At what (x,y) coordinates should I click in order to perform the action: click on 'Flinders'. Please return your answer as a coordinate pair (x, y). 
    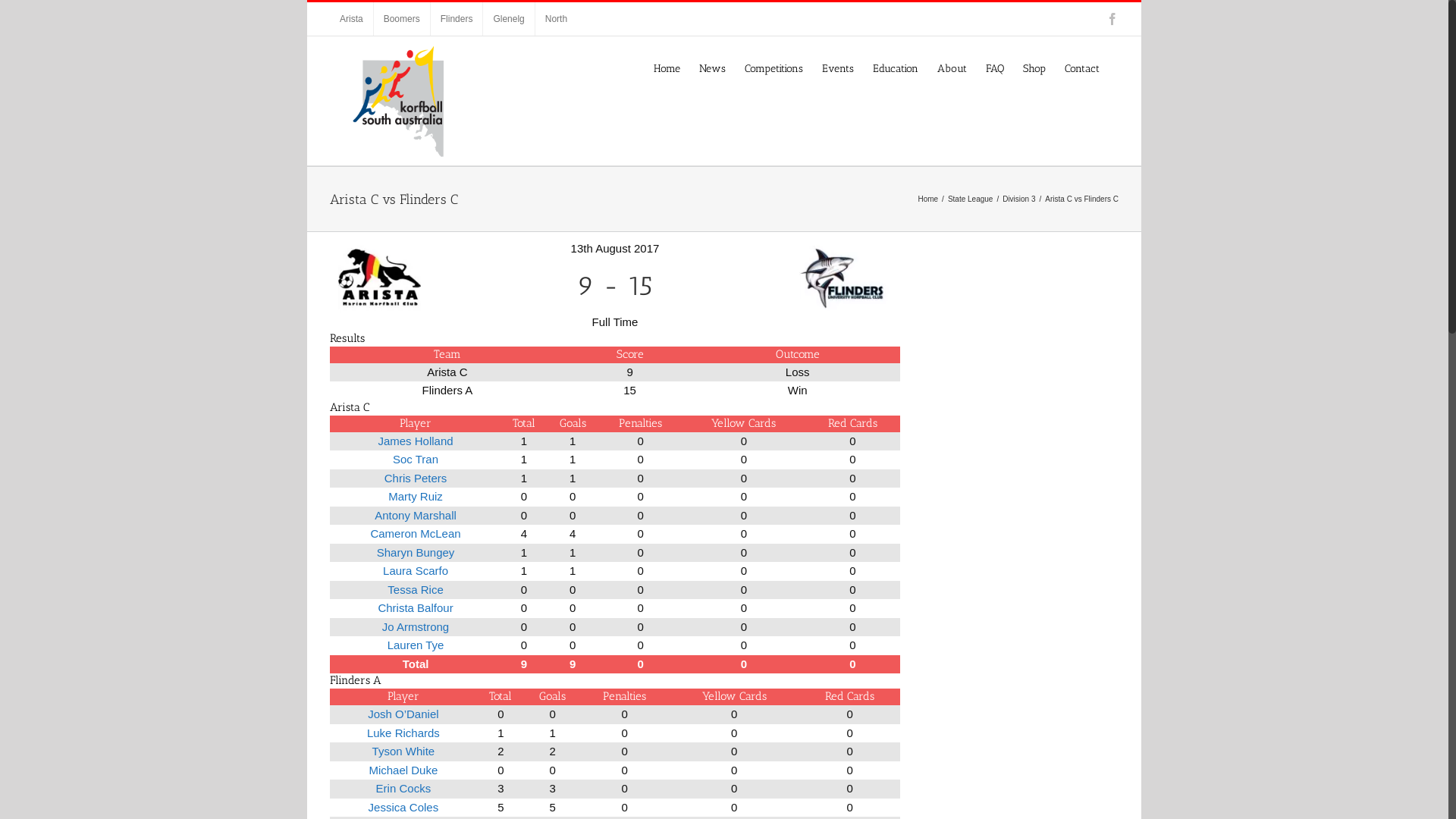
    Looking at the image, I should click on (456, 18).